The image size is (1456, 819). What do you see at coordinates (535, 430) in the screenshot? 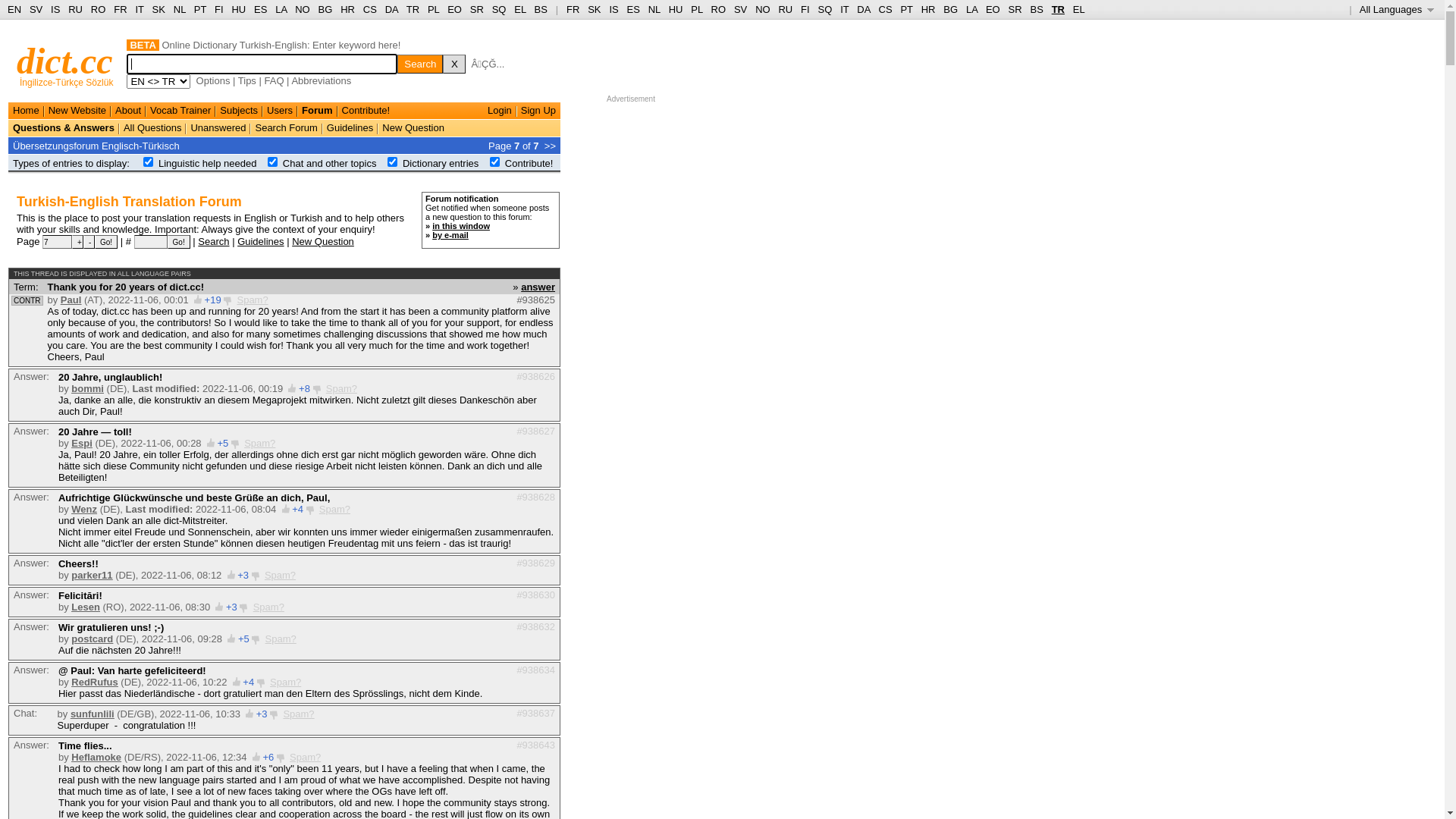
I see `'#938627'` at bounding box center [535, 430].